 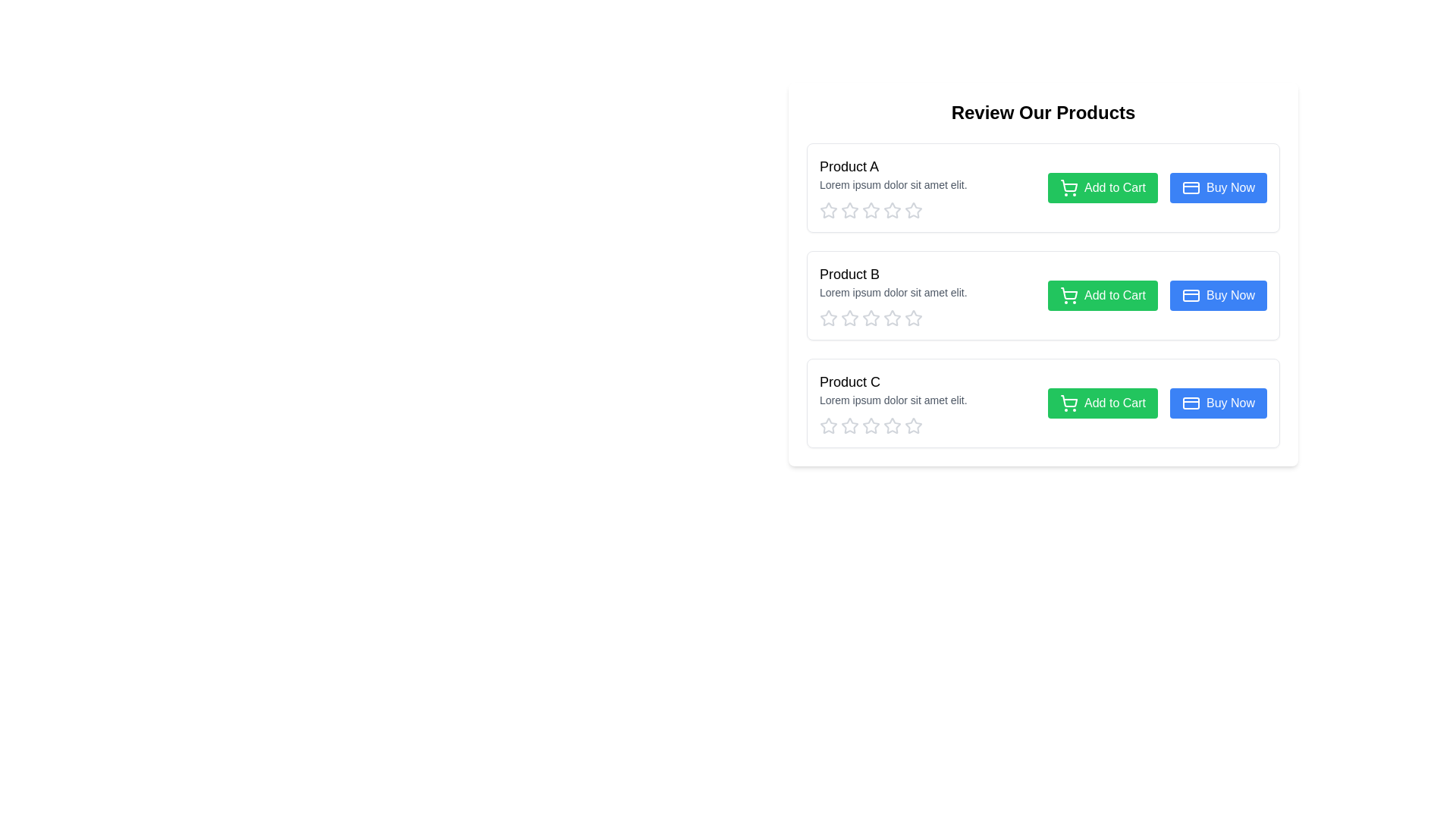 What do you see at coordinates (1068, 185) in the screenshot?
I see `the add to cart icon located within the green 'Add to Cart' button of the first product listing, which is centered at the coordinates provided` at bounding box center [1068, 185].